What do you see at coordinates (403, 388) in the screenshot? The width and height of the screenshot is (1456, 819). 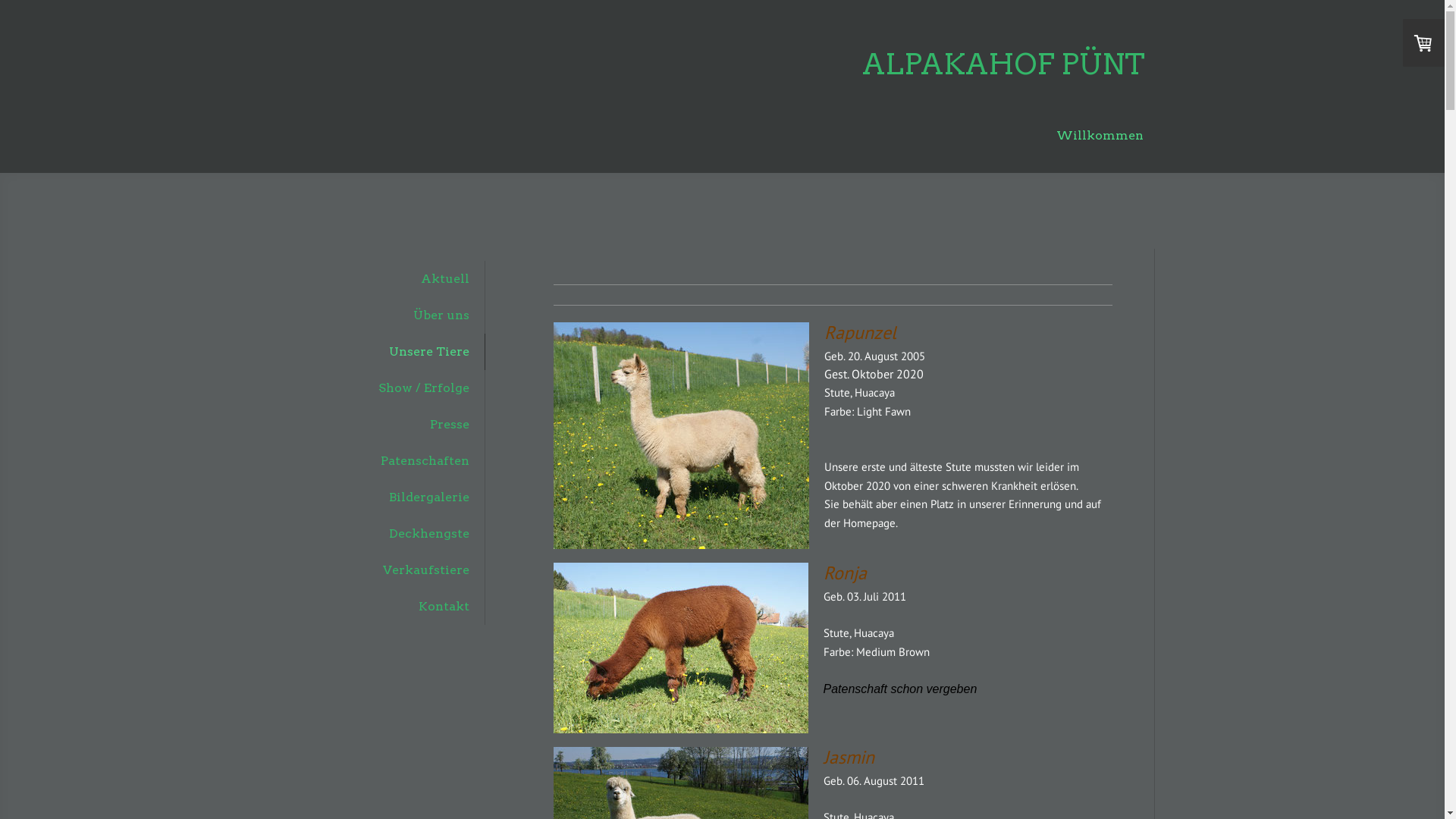 I see `'Show / Erfolge'` at bounding box center [403, 388].